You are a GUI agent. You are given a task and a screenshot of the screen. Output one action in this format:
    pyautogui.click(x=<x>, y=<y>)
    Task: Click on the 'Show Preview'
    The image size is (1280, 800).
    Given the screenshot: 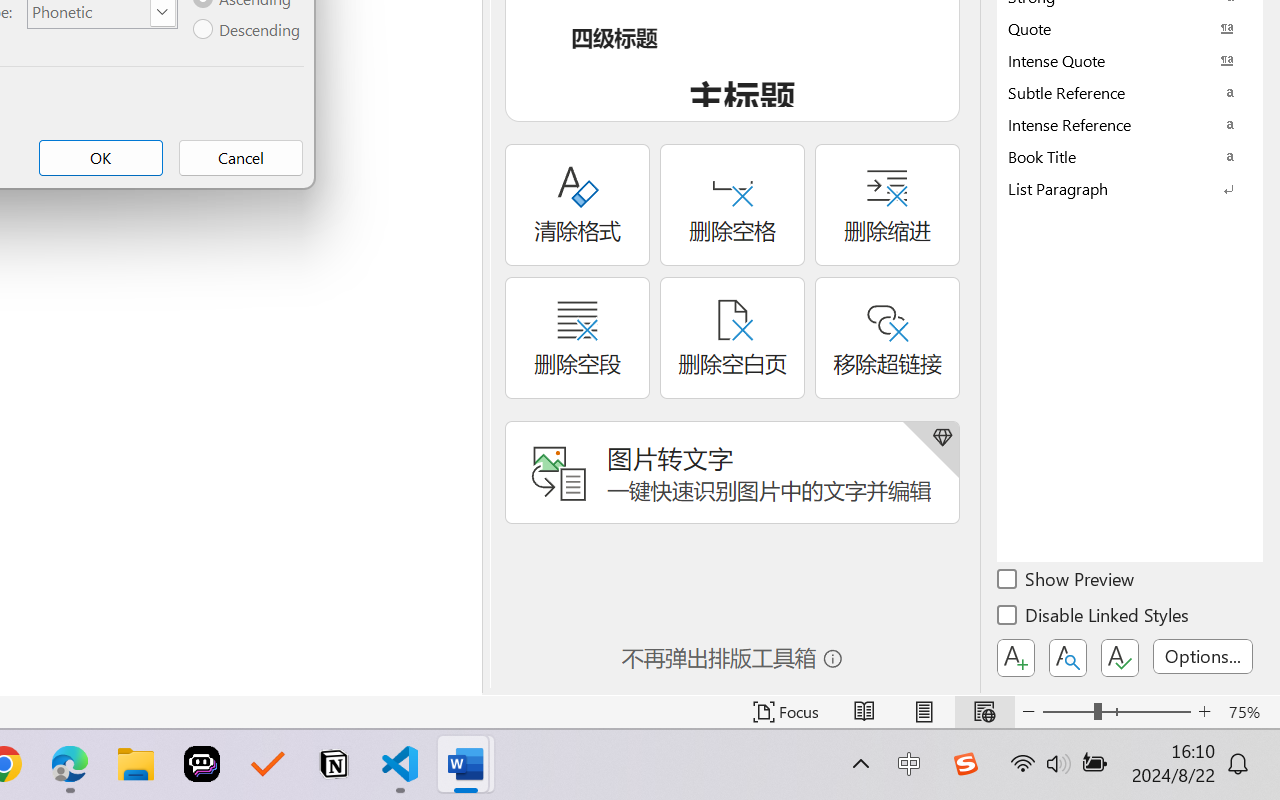 What is the action you would take?
    pyautogui.click(x=1066, y=581)
    